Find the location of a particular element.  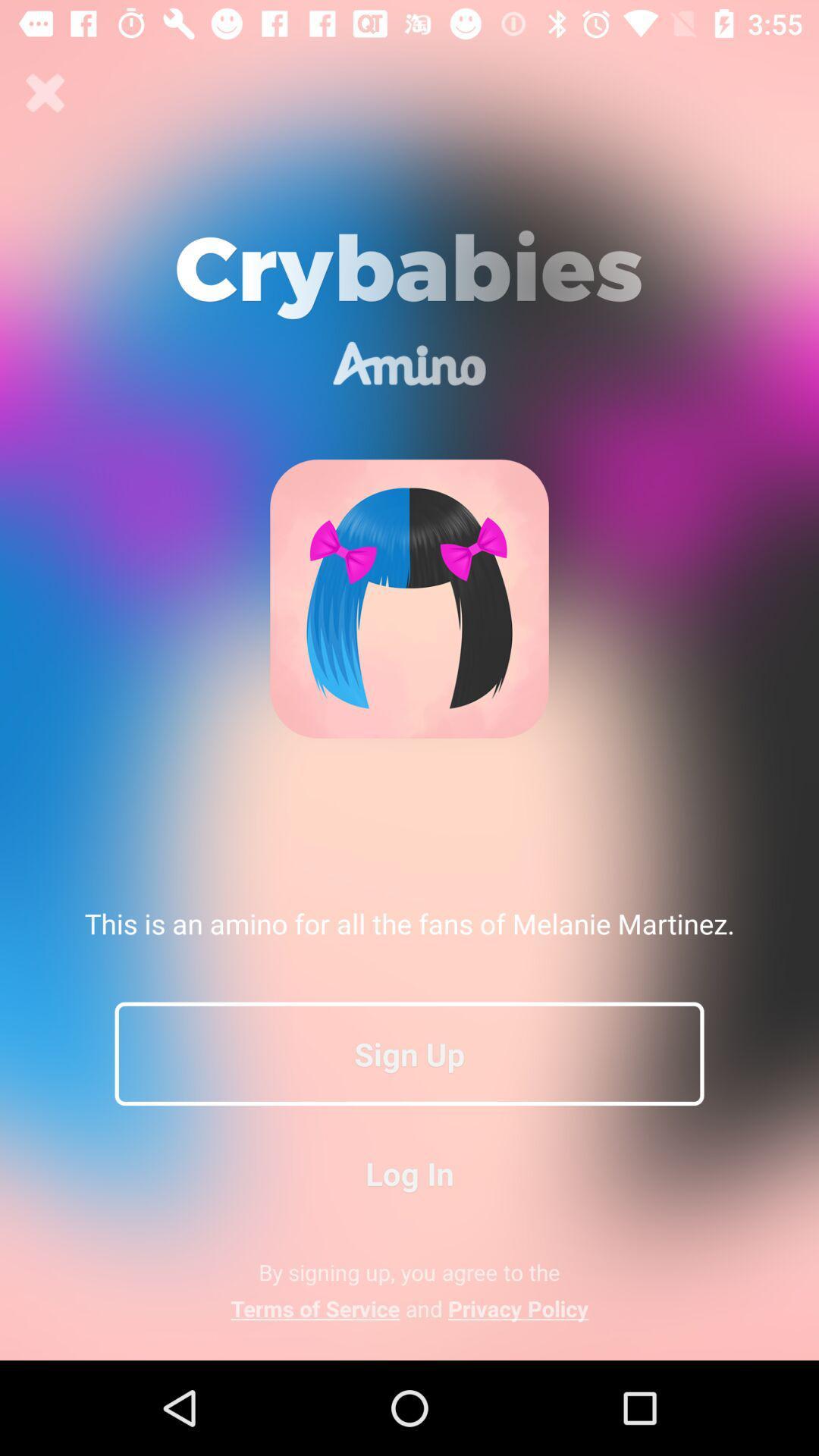

the close icon is located at coordinates (45, 93).